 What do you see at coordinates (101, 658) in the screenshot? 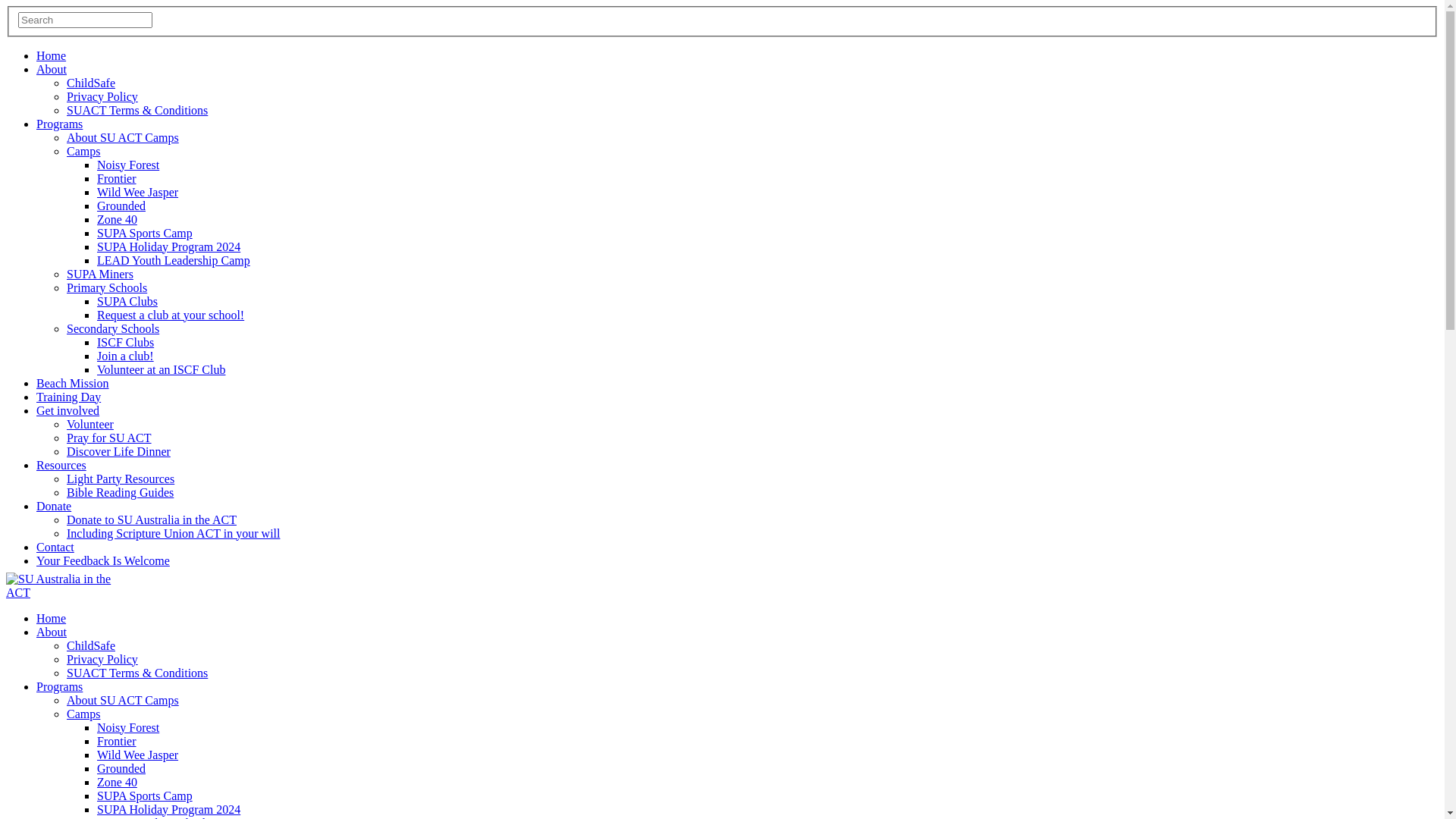
I see `'Privacy Policy'` at bounding box center [101, 658].